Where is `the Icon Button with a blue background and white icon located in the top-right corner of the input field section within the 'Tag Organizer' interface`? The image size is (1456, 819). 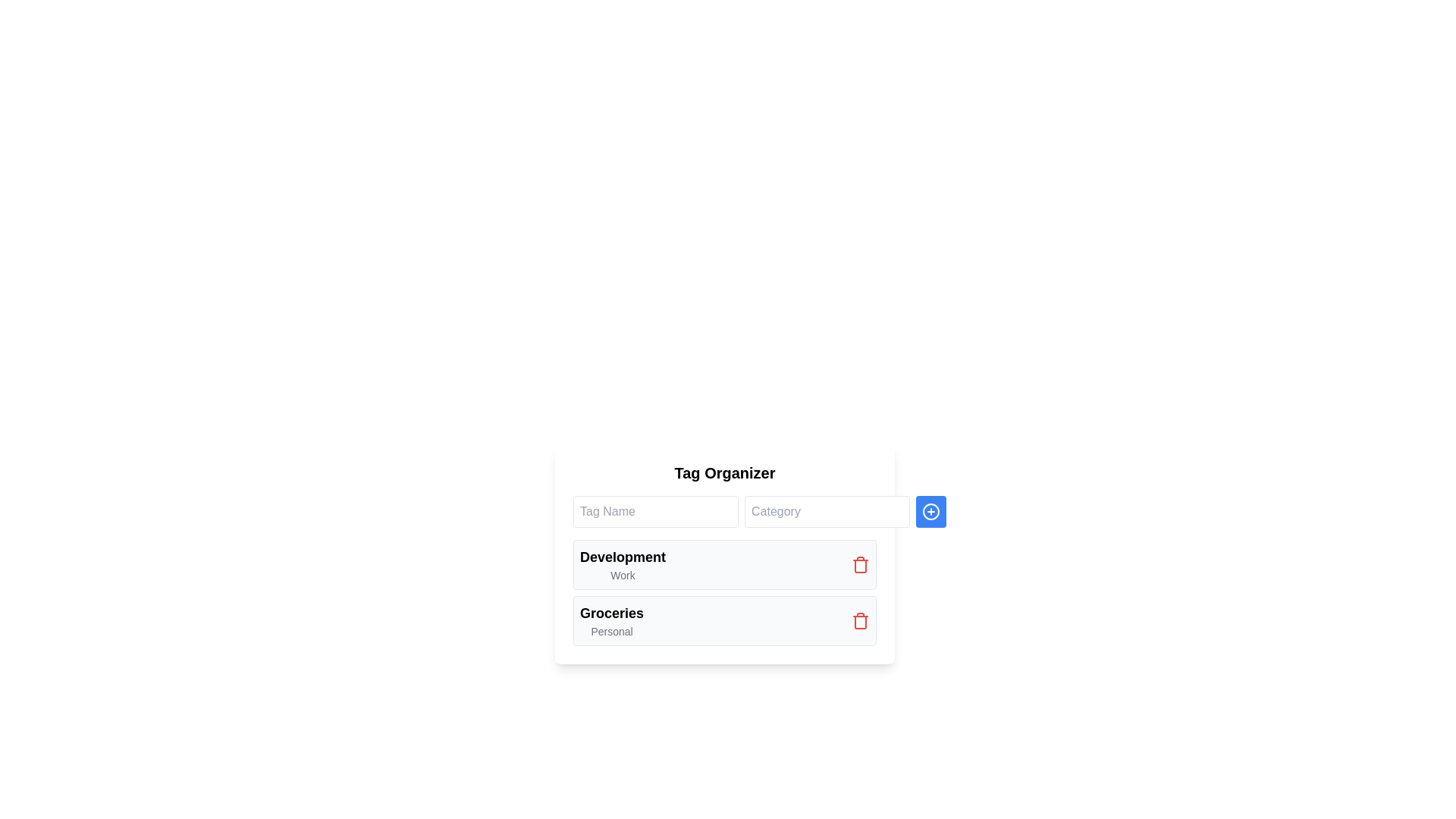
the Icon Button with a blue background and white icon located in the top-right corner of the input field section within the 'Tag Organizer' interface is located at coordinates (930, 512).